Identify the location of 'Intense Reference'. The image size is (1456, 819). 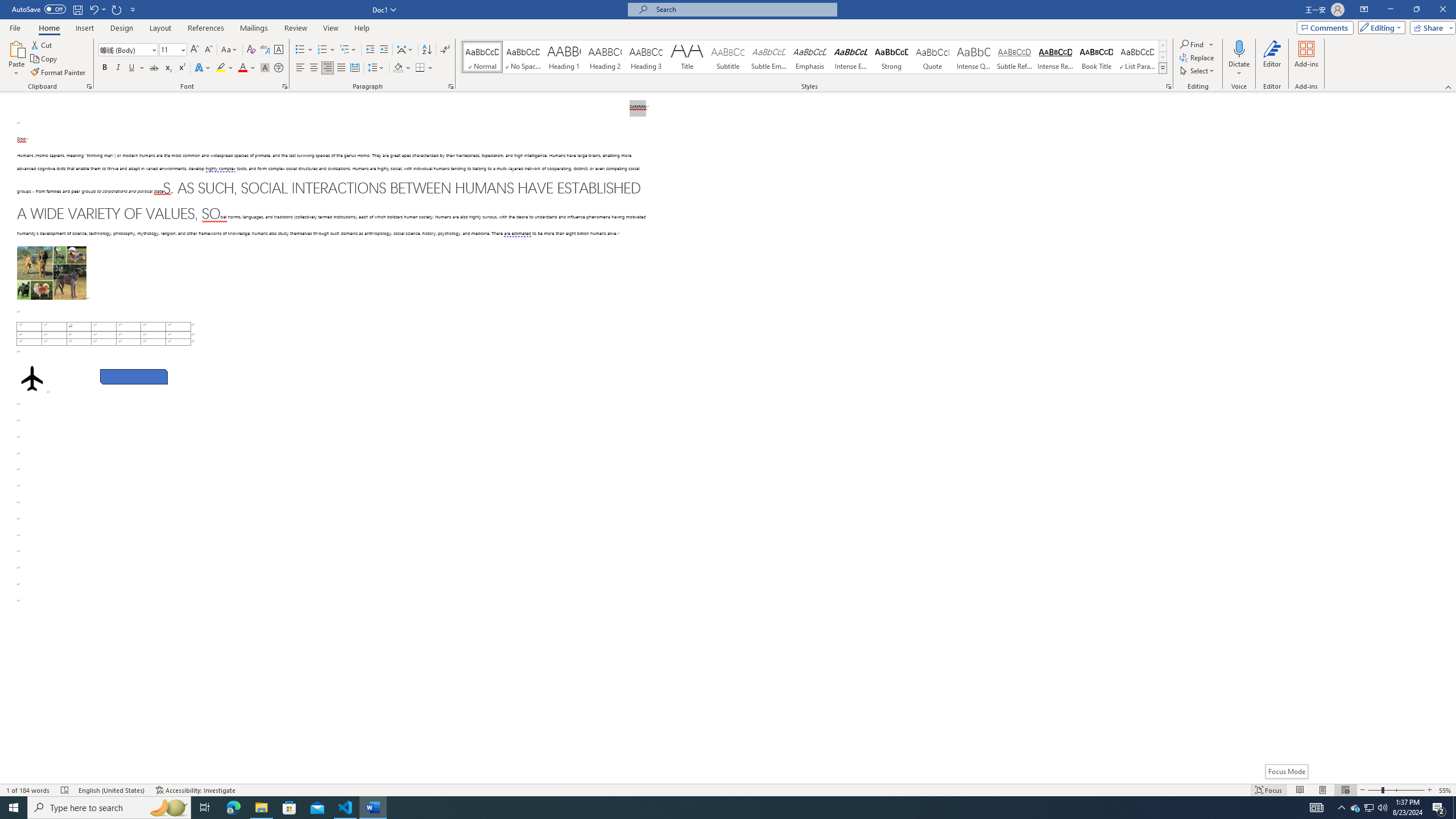
(1055, 56).